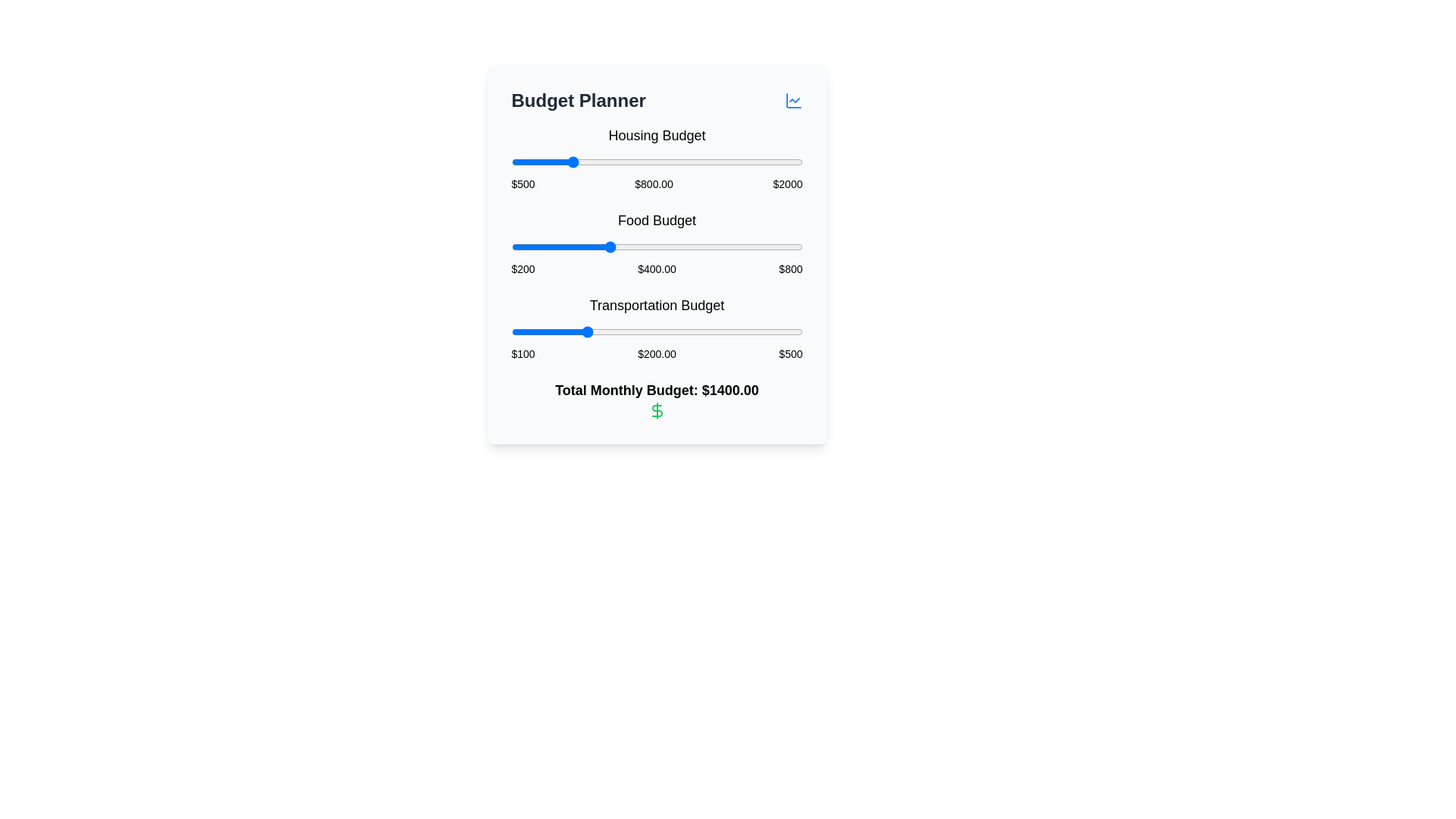  Describe the element at coordinates (581, 246) in the screenshot. I see `the Food Budget slider value` at that location.